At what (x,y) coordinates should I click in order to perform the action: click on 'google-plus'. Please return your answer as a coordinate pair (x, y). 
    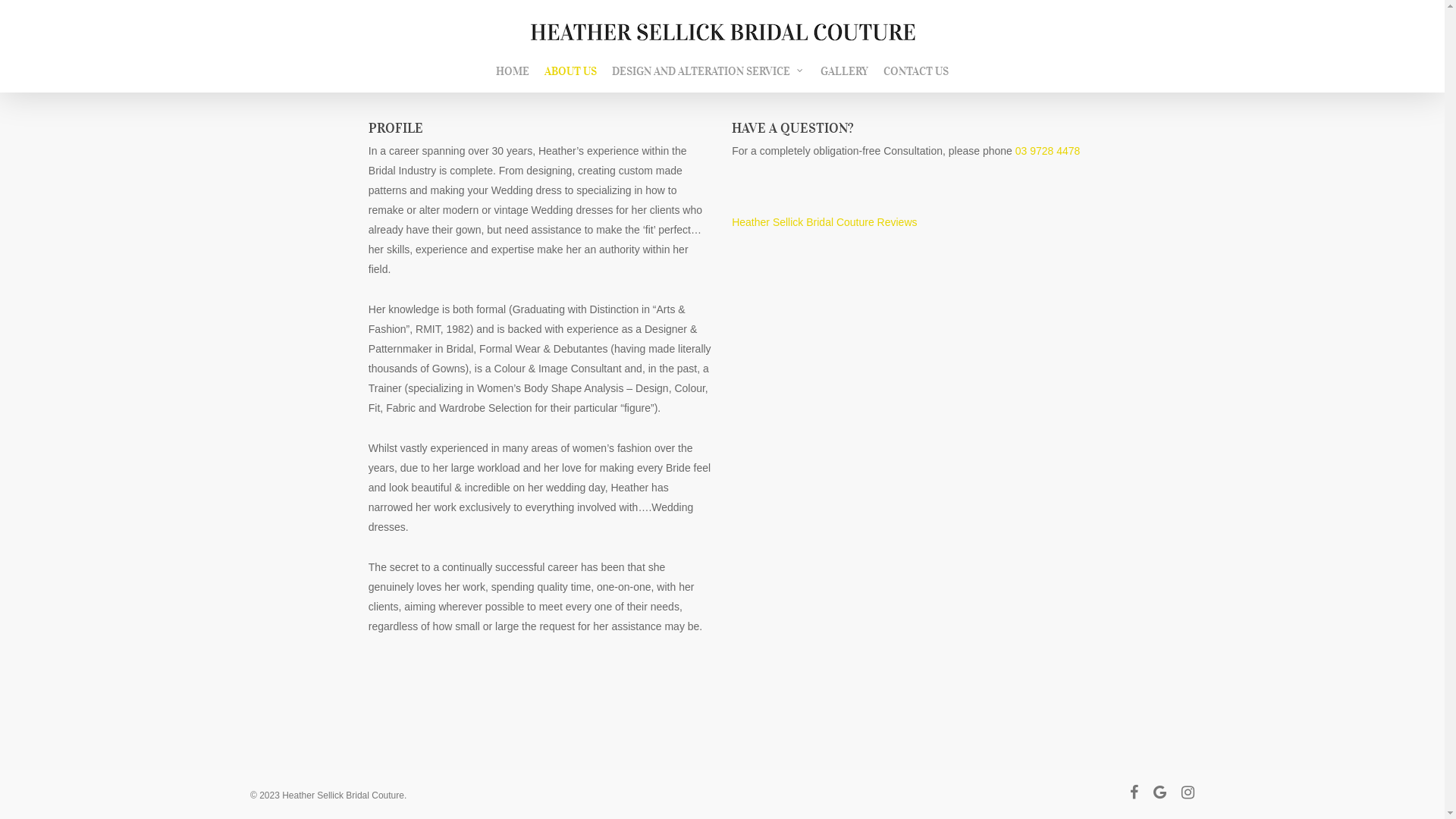
    Looking at the image, I should click on (1159, 792).